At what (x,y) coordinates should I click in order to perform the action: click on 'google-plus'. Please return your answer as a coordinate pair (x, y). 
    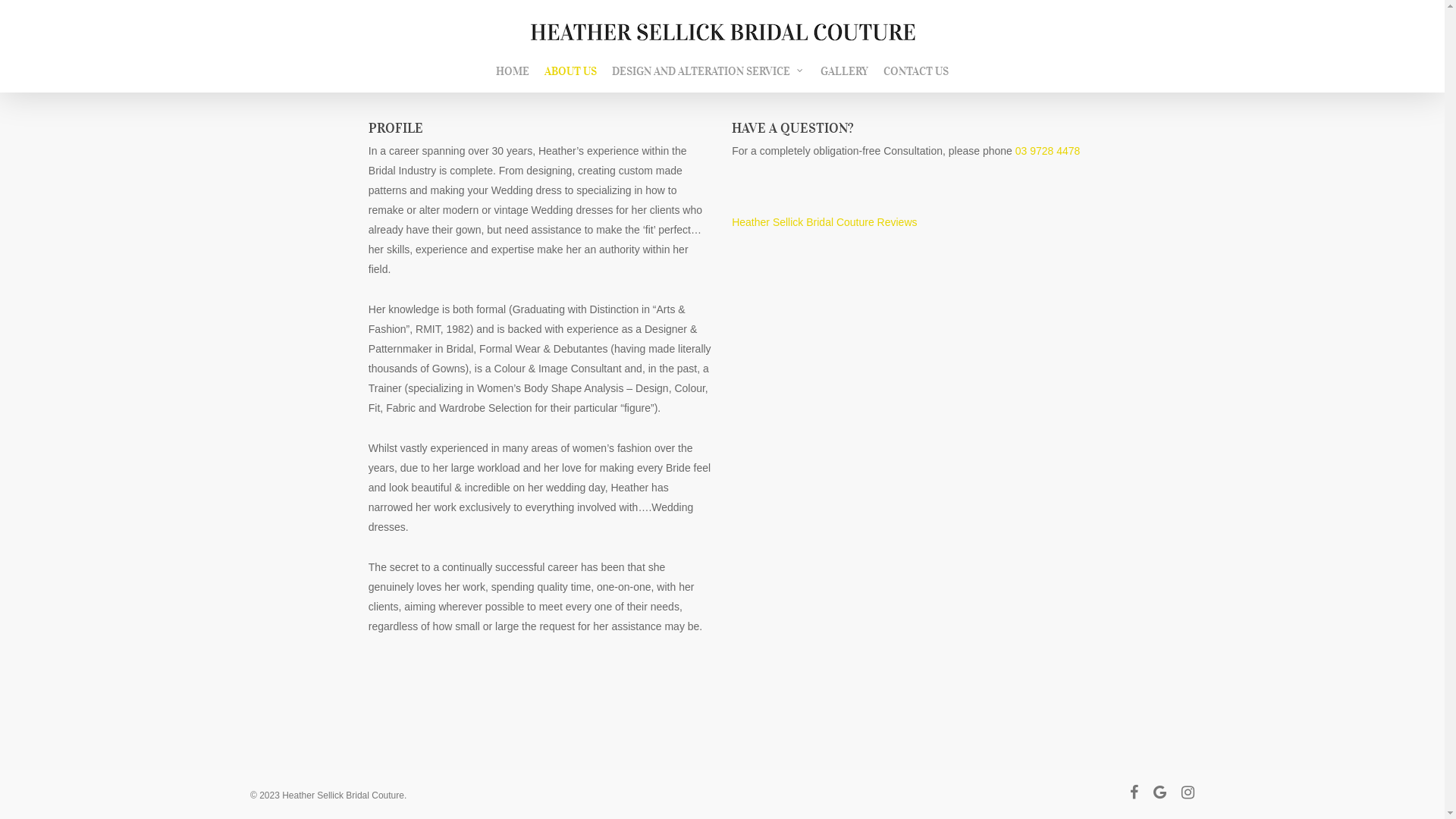
    Looking at the image, I should click on (1159, 792).